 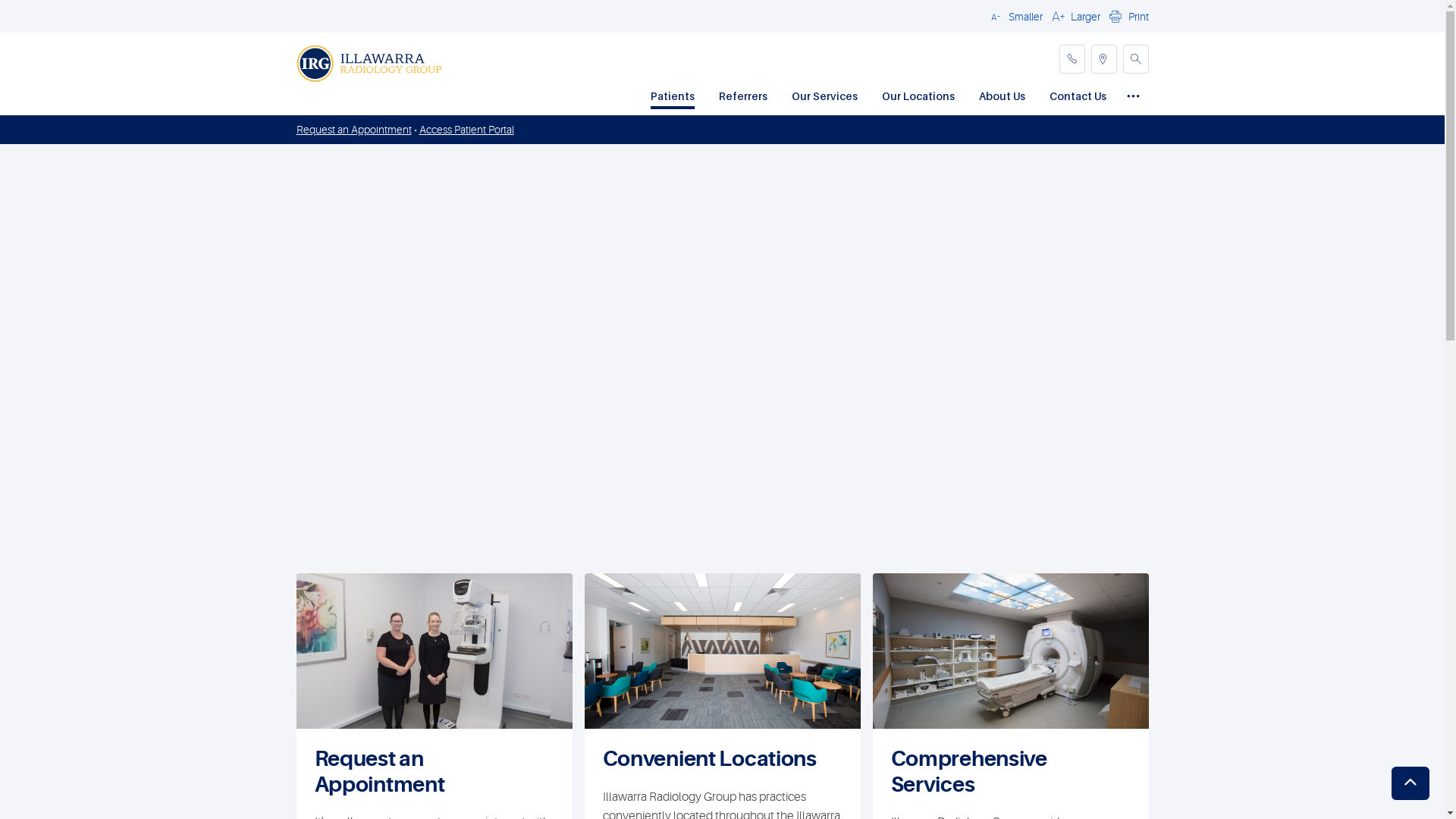 What do you see at coordinates (1048, 97) in the screenshot?
I see `'Contact Us'` at bounding box center [1048, 97].